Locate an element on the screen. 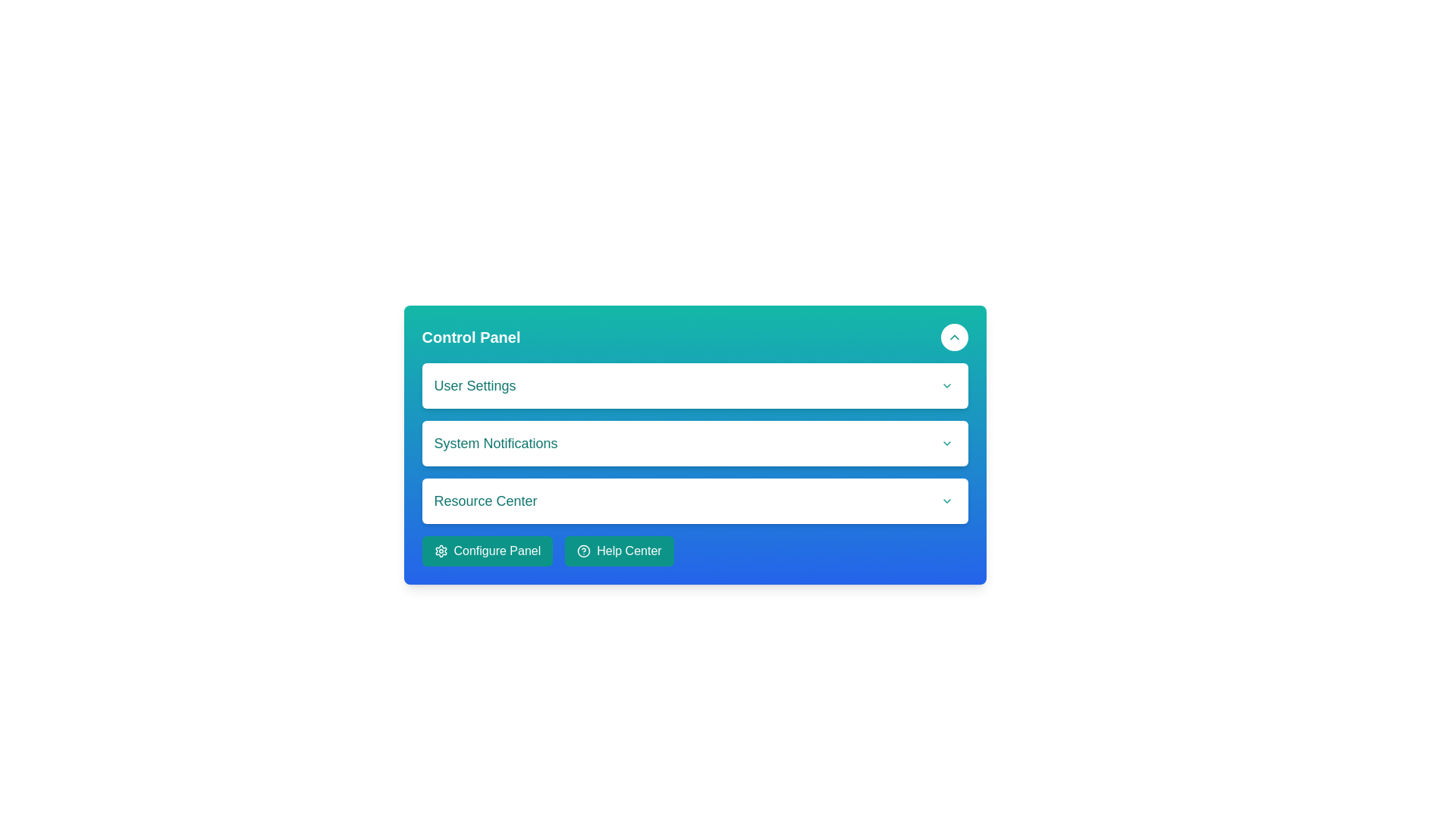  the chevron icon located in the top-right corner of the panel, adjacent to the text header is located at coordinates (953, 336).